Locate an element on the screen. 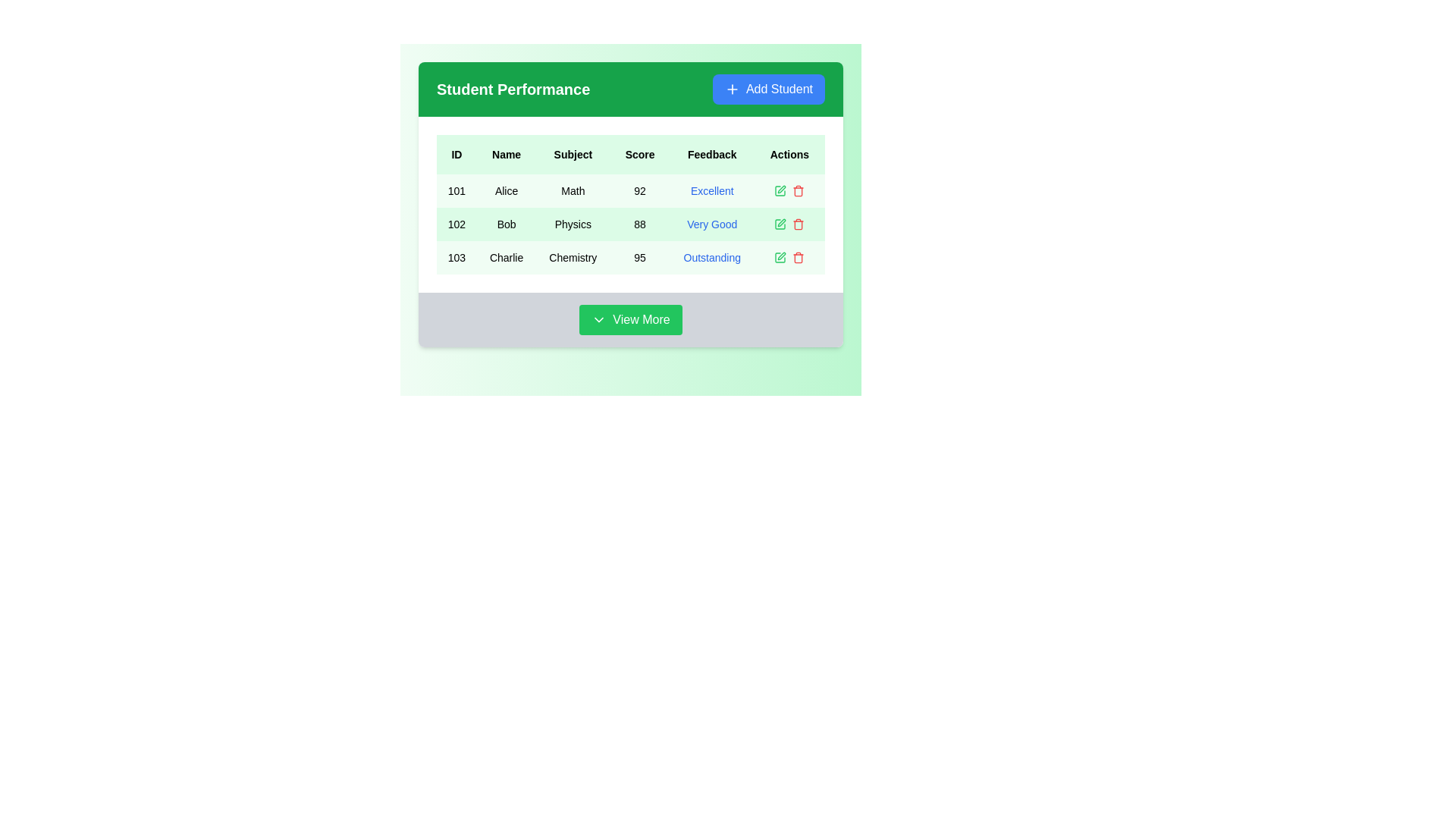 The width and height of the screenshot is (1456, 819). the text element displaying 'Physics' in the second row of the table under the 'Subject' header, located in the third column of the row for ID '102' and Name 'Bob' is located at coordinates (572, 224).